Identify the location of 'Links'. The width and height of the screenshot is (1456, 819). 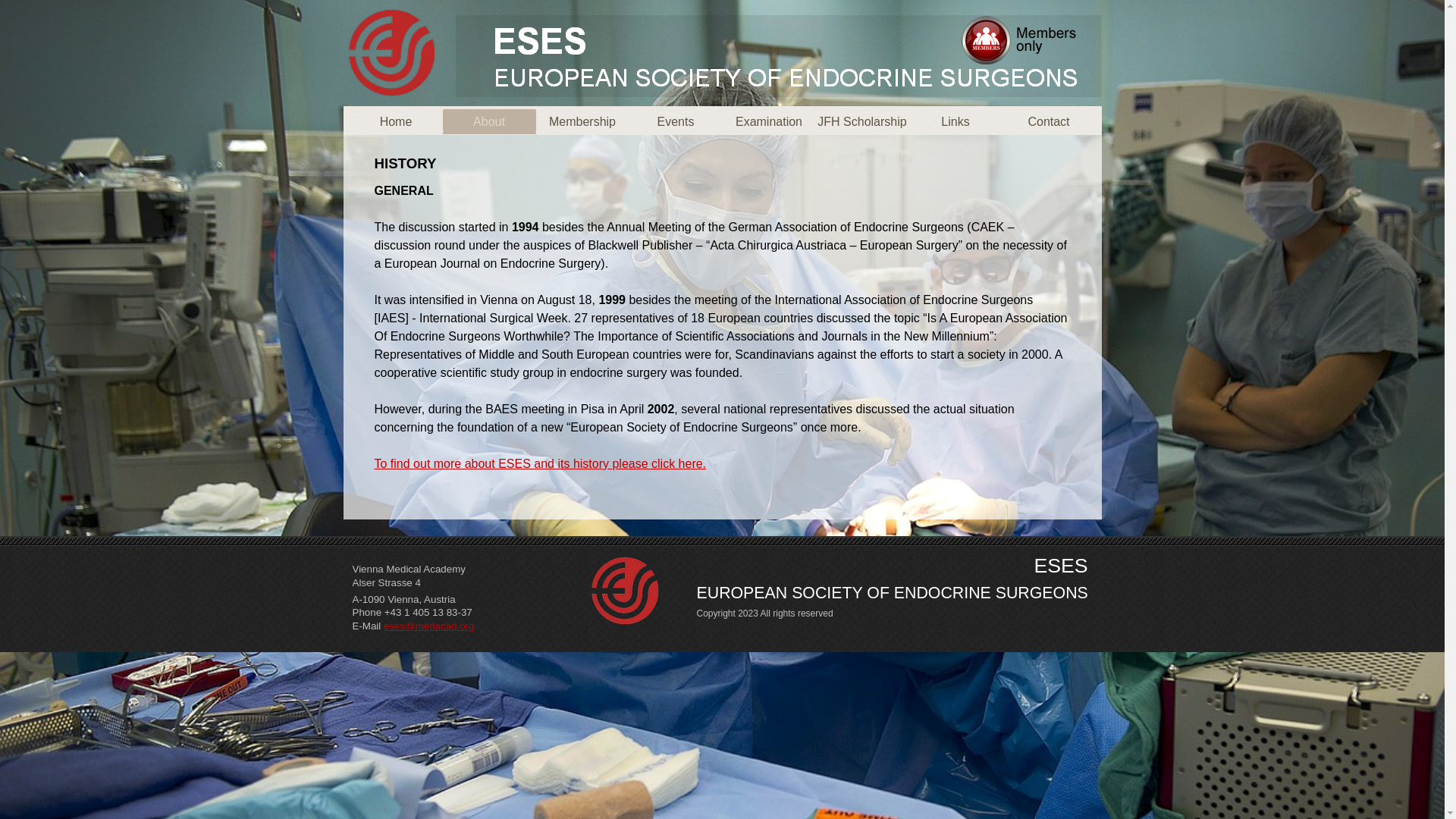
(954, 121).